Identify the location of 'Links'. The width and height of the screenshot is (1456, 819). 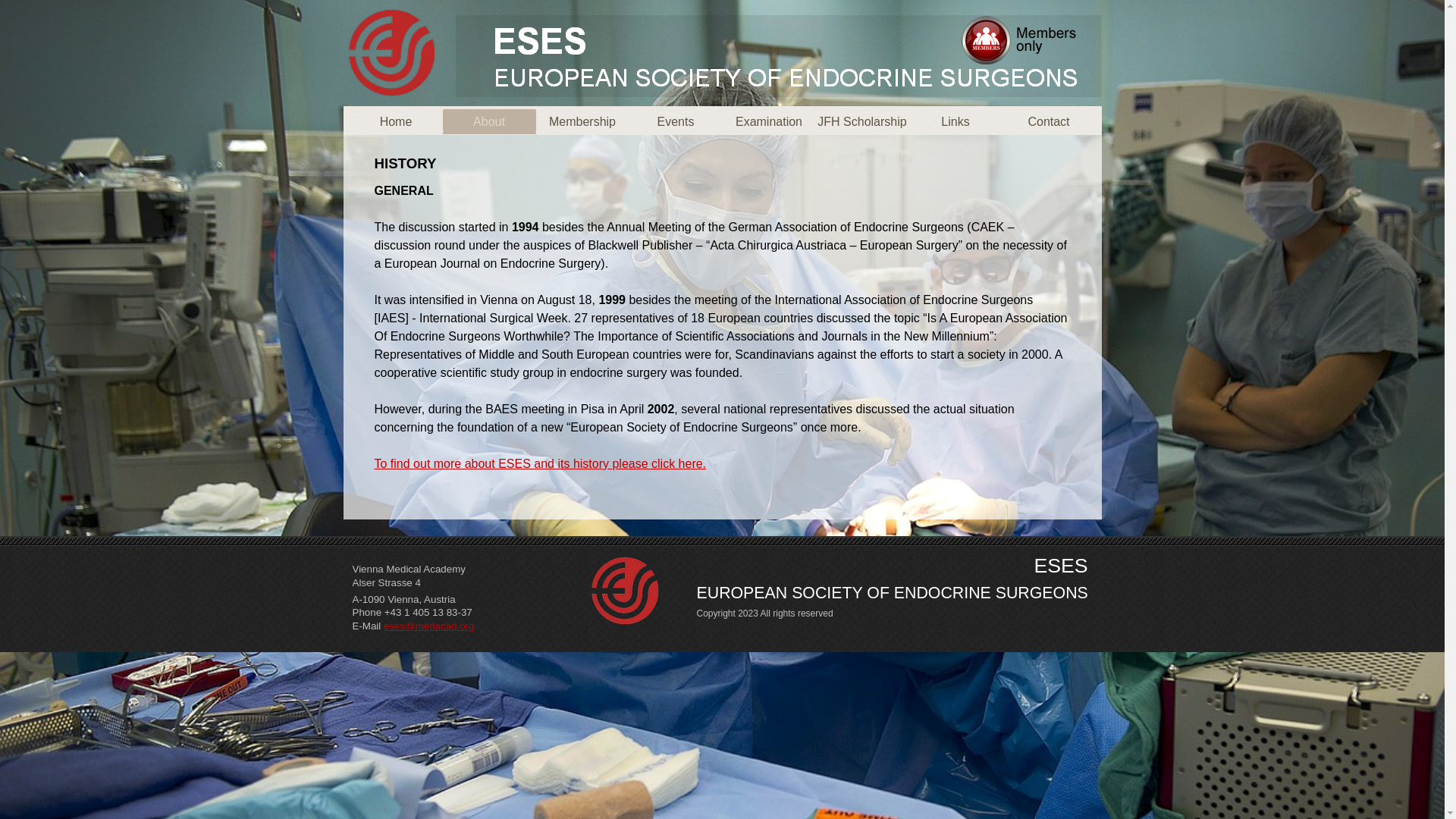
(954, 121).